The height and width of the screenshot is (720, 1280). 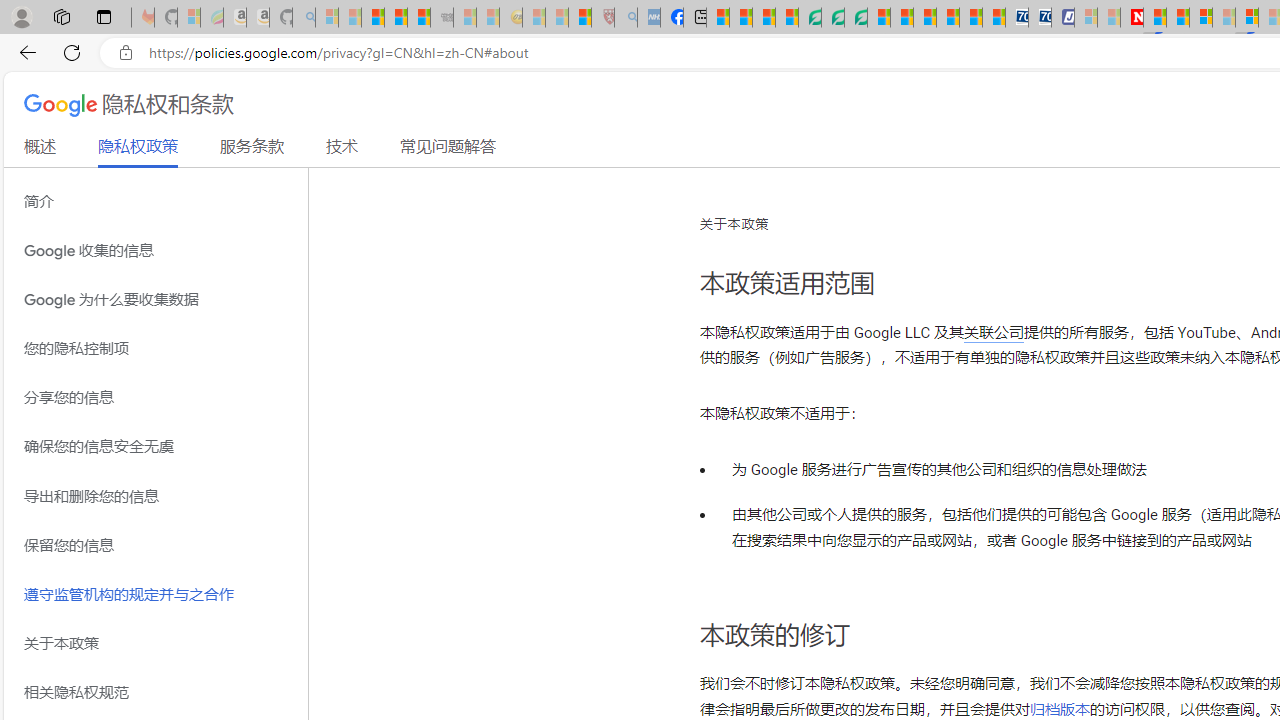 I want to click on 'Terms of Use Agreement', so click(x=832, y=17).